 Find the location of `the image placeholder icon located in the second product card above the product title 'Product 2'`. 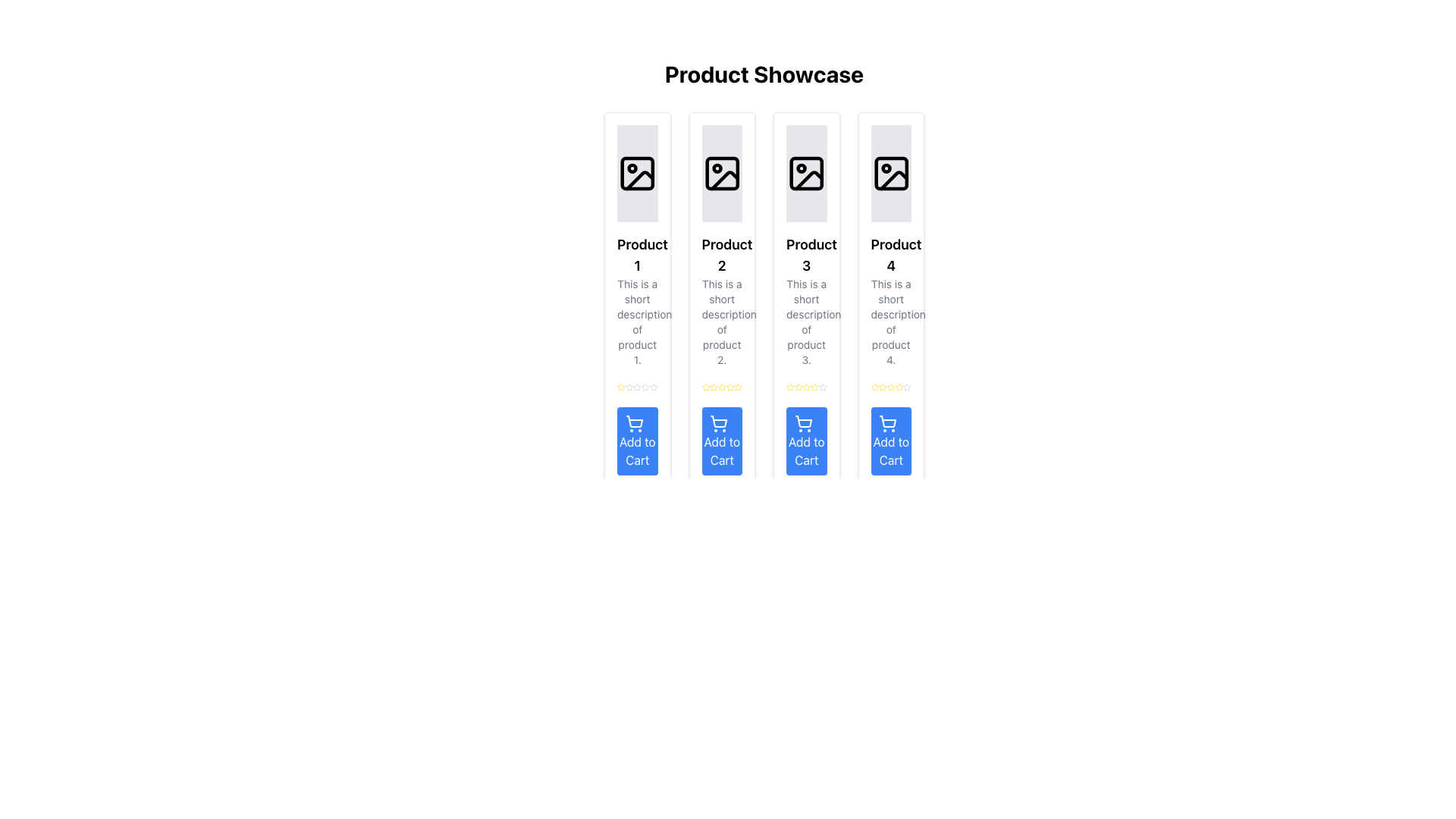

the image placeholder icon located in the second product card above the product title 'Product 2' is located at coordinates (721, 172).